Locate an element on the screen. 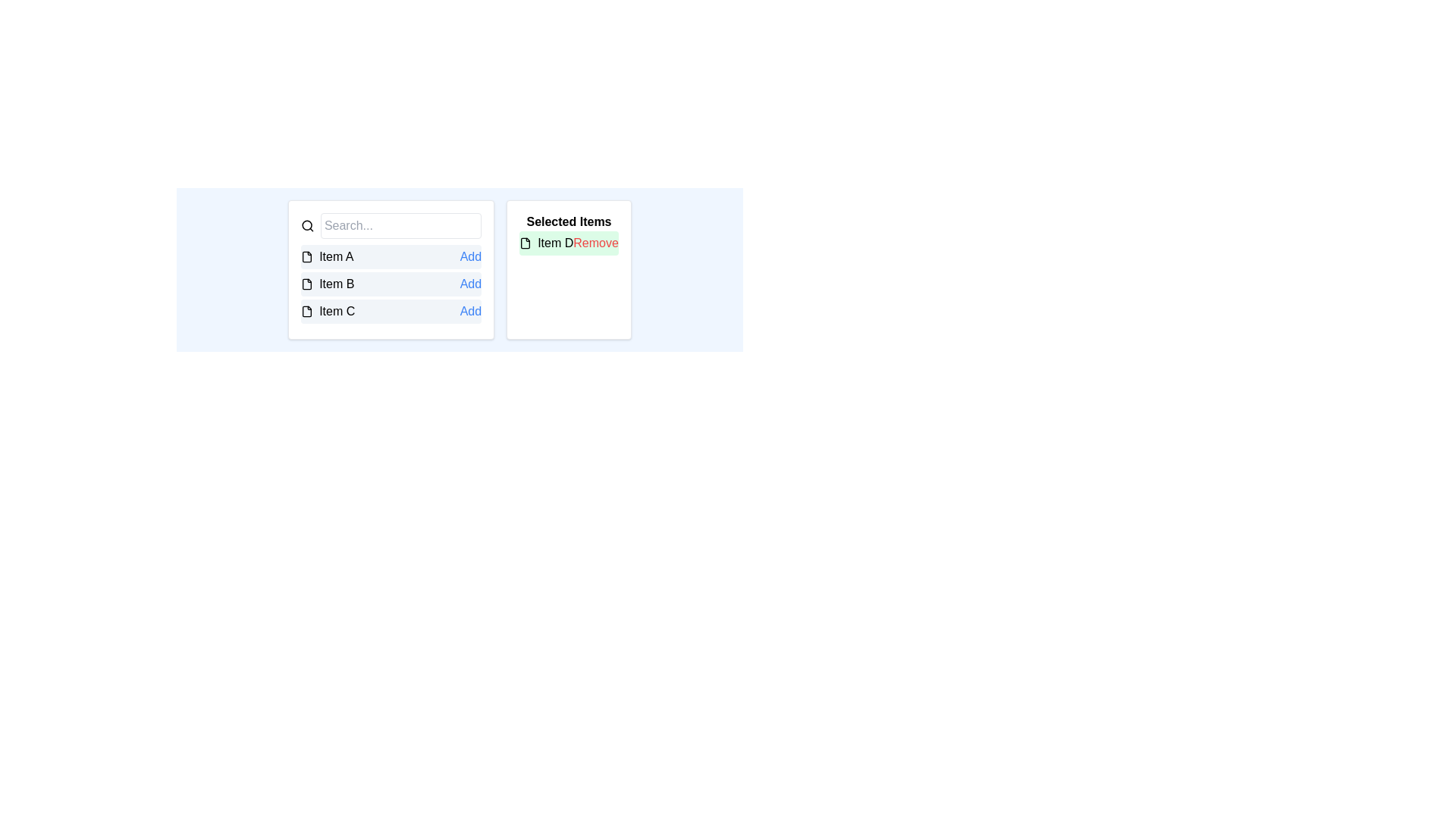 This screenshot has height=819, width=1456. the 'Remove' button next to the 'Item D' text label within the 'Selected Items' card is located at coordinates (568, 242).